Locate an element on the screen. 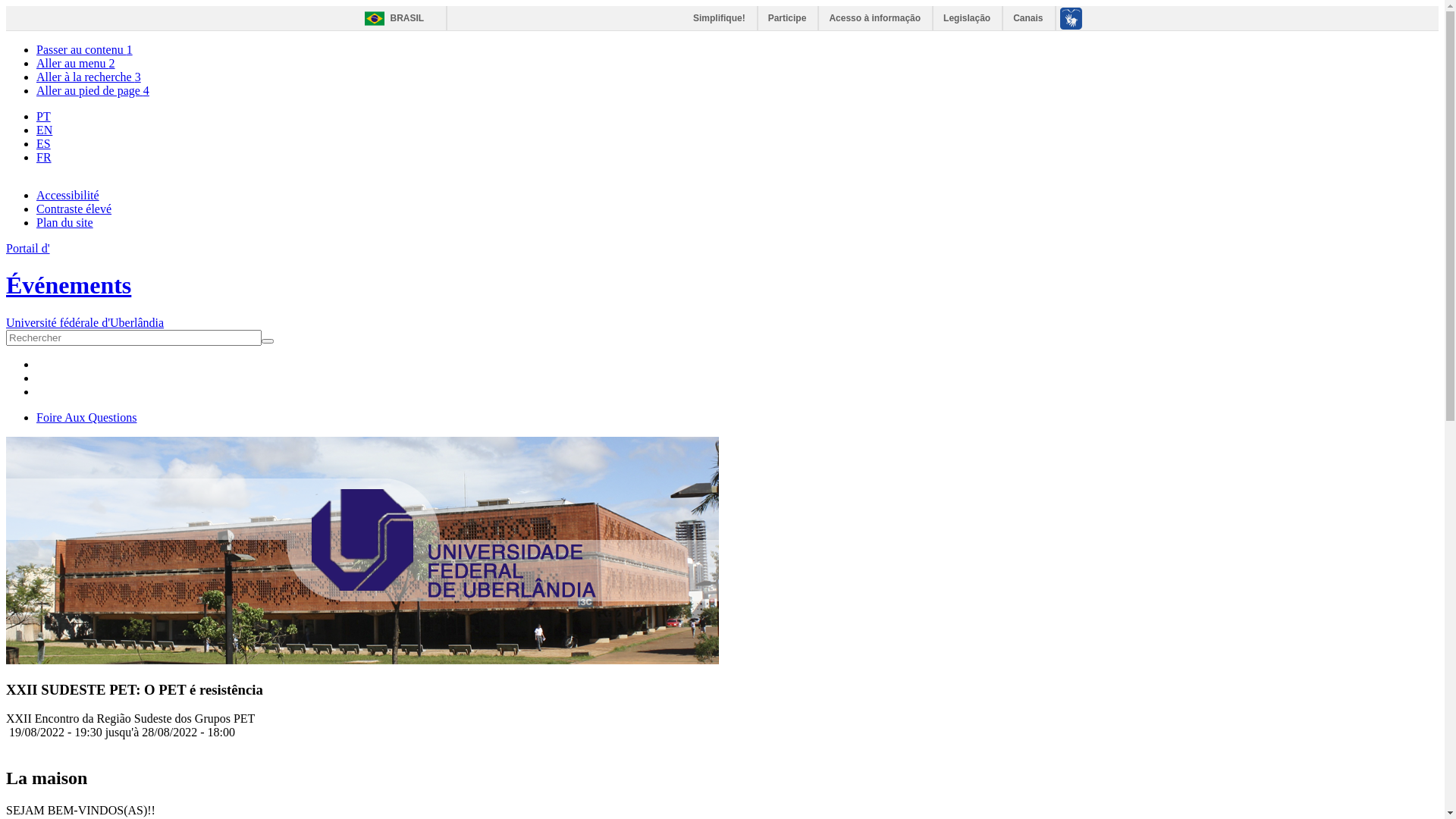  'Participe' is located at coordinates (788, 17).